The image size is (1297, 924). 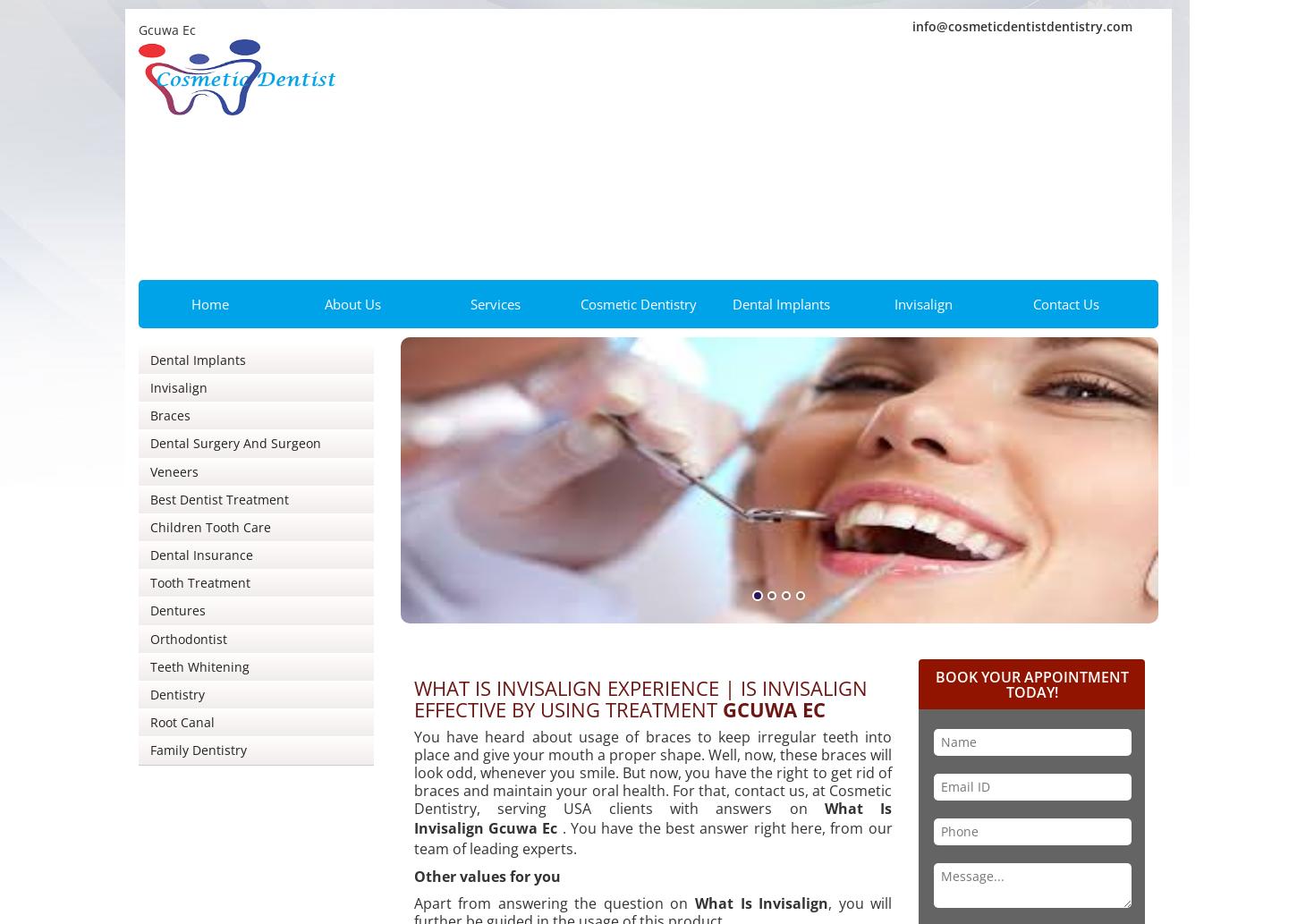 What do you see at coordinates (1021, 25) in the screenshot?
I see `'info@cosmeticdentistdentistry.com'` at bounding box center [1021, 25].